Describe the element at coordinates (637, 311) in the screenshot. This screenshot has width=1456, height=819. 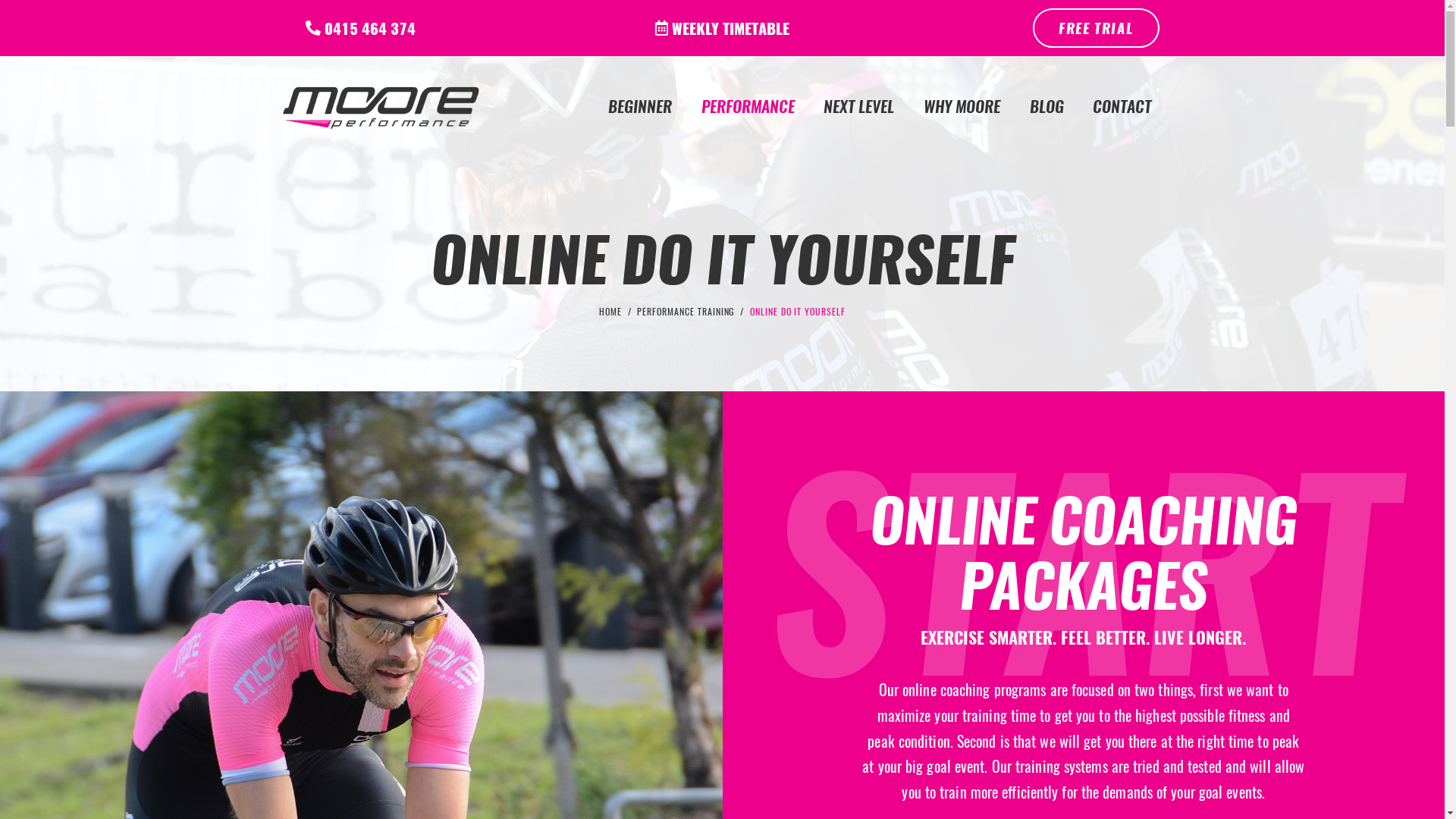
I see `'PERFORMANCE TRAINING'` at that location.